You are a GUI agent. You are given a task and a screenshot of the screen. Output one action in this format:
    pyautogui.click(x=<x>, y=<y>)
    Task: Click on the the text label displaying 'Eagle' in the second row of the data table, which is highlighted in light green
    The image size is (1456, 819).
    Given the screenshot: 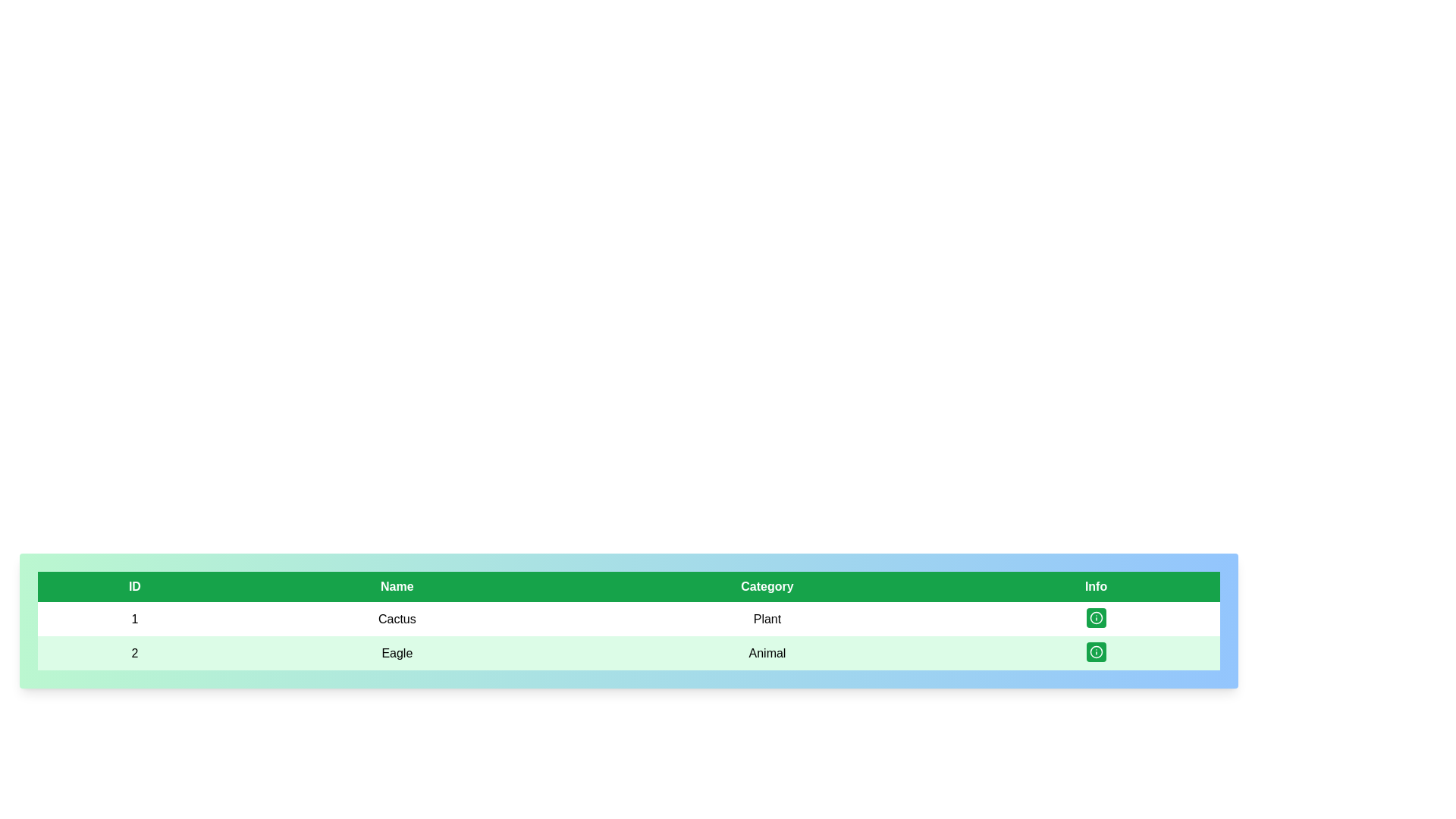 What is the action you would take?
    pyautogui.click(x=397, y=652)
    